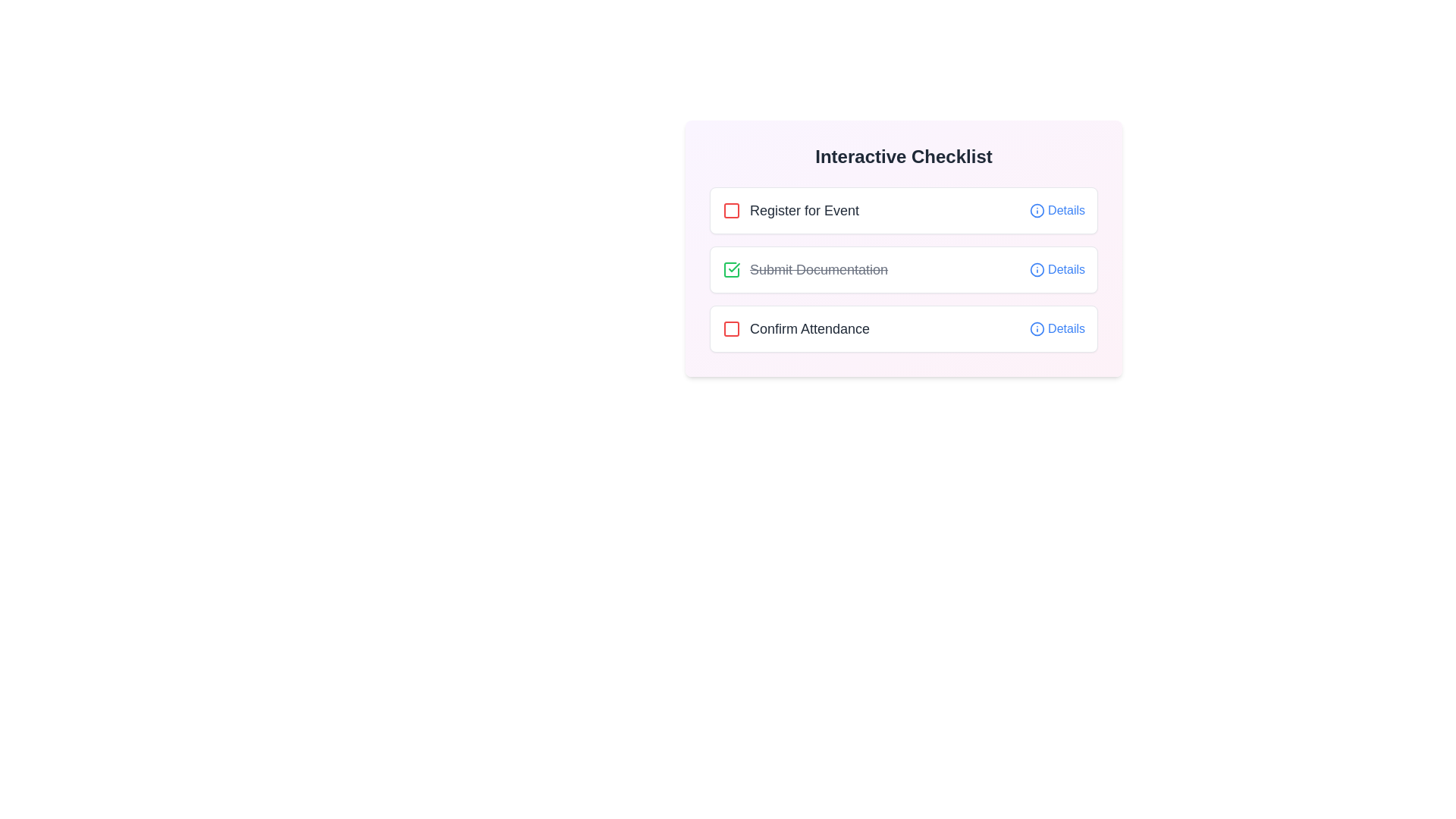 Image resolution: width=1456 pixels, height=819 pixels. What do you see at coordinates (1056, 210) in the screenshot?
I see `the 'Details' hyperlink with an icon, which is styled in blue and features an 'i' icon` at bounding box center [1056, 210].